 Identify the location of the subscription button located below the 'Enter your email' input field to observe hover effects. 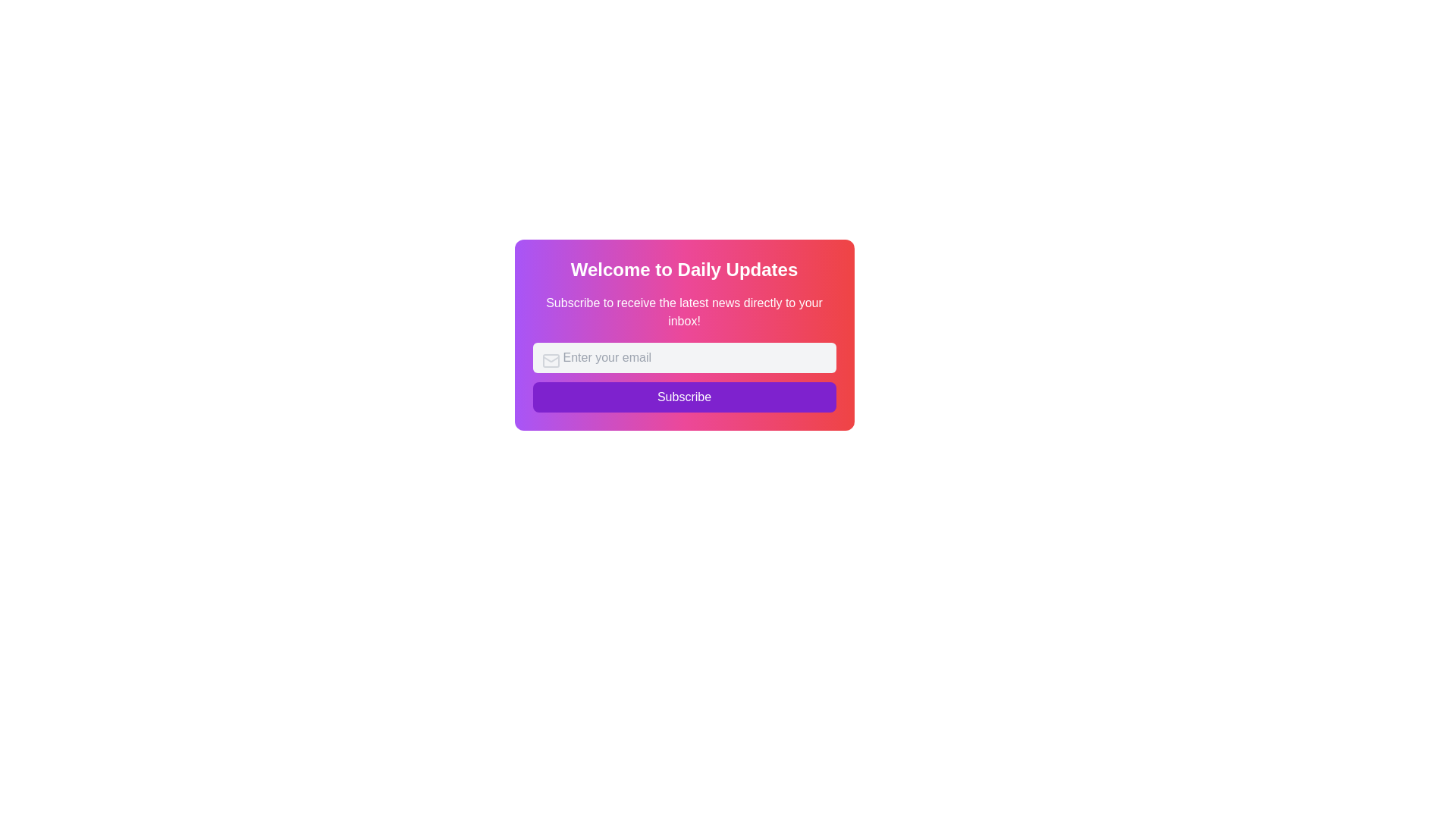
(683, 376).